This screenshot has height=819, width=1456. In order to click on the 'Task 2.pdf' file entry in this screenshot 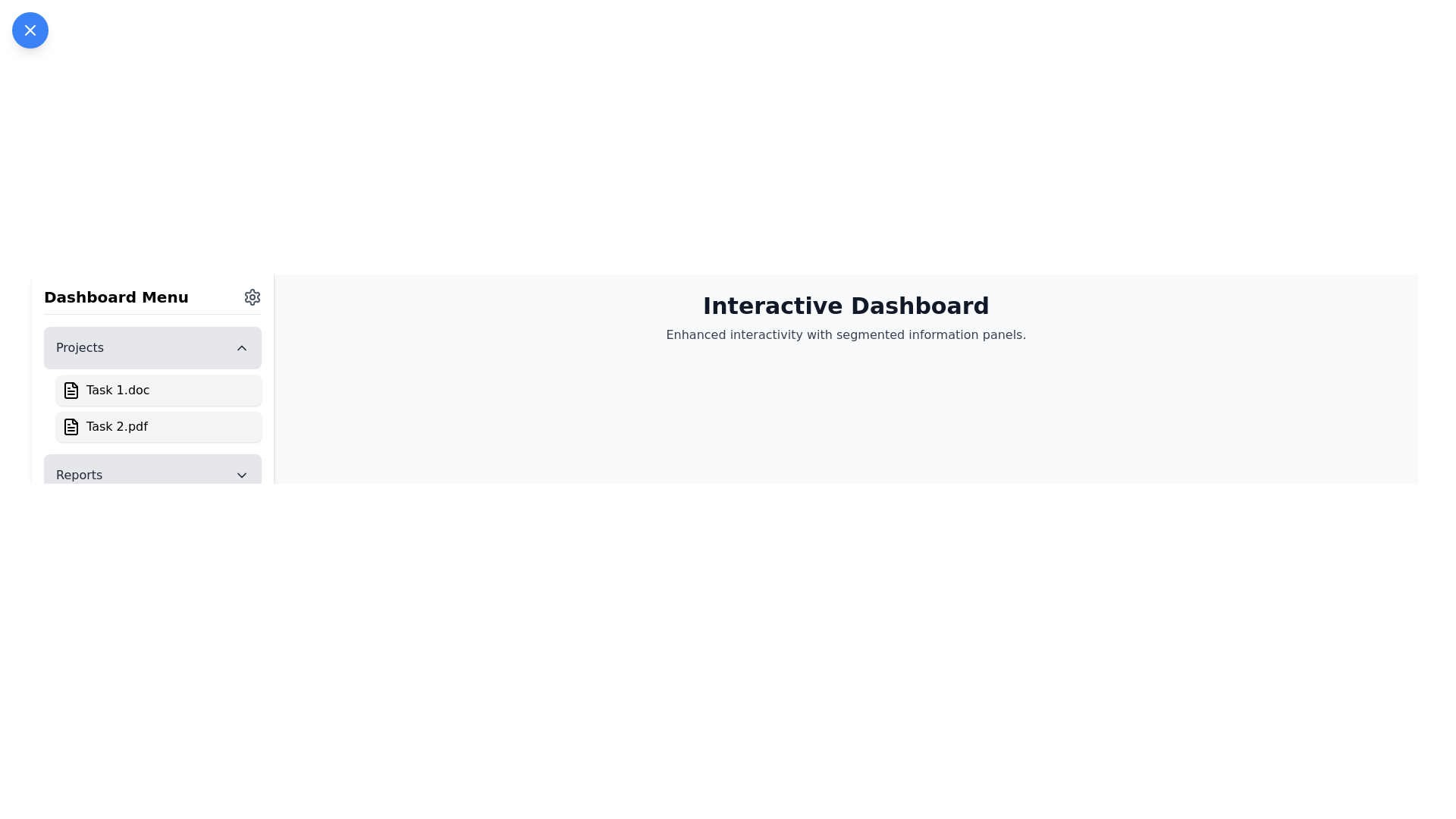, I will do `click(158, 427)`.